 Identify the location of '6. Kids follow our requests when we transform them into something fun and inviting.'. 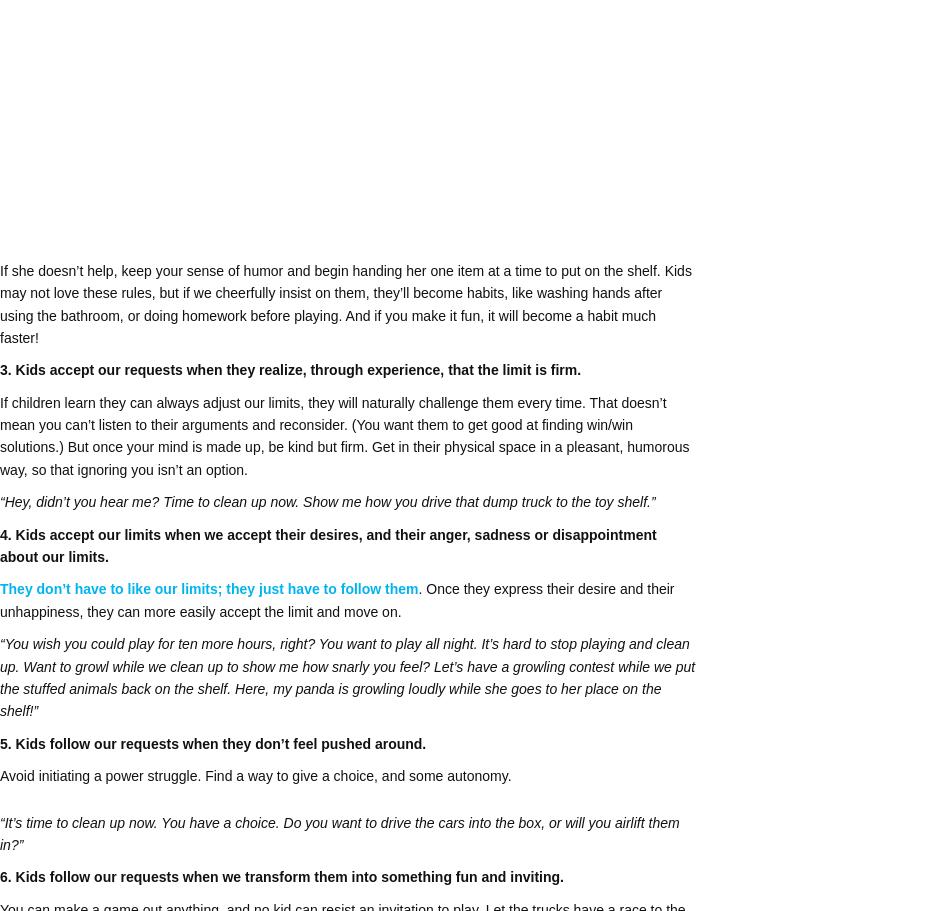
(280, 876).